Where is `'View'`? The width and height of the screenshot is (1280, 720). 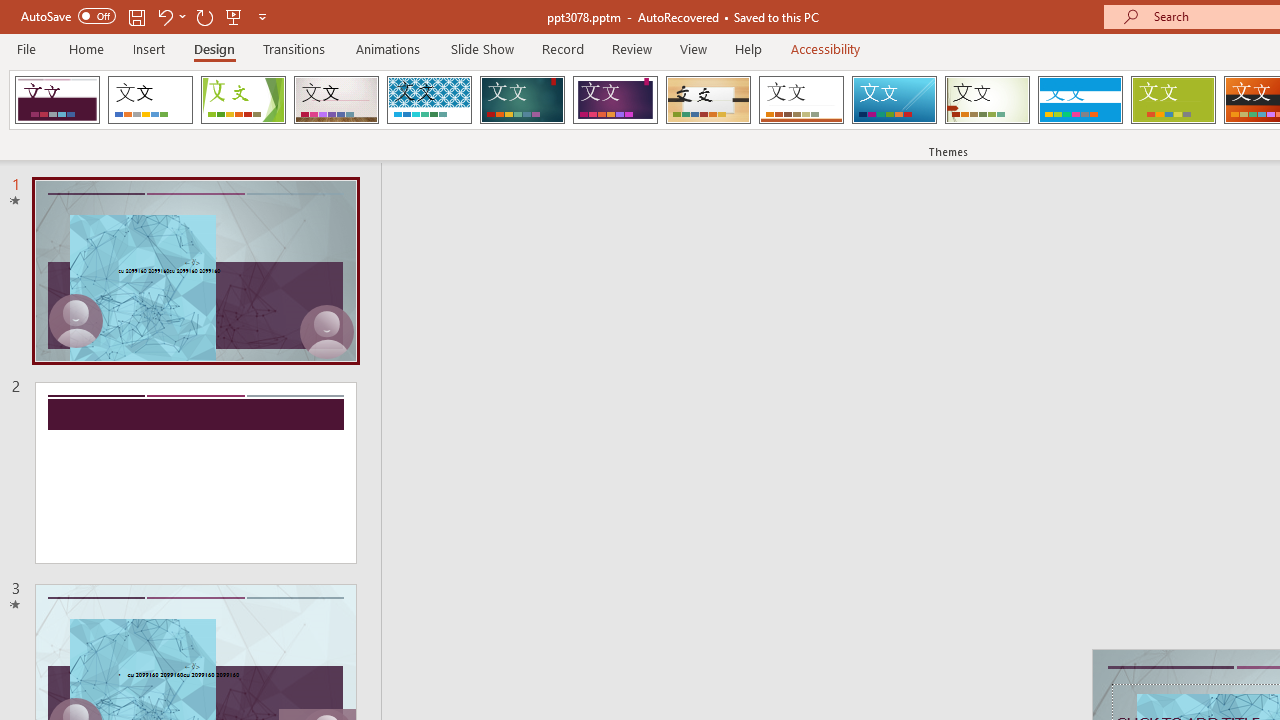
'View' is located at coordinates (693, 48).